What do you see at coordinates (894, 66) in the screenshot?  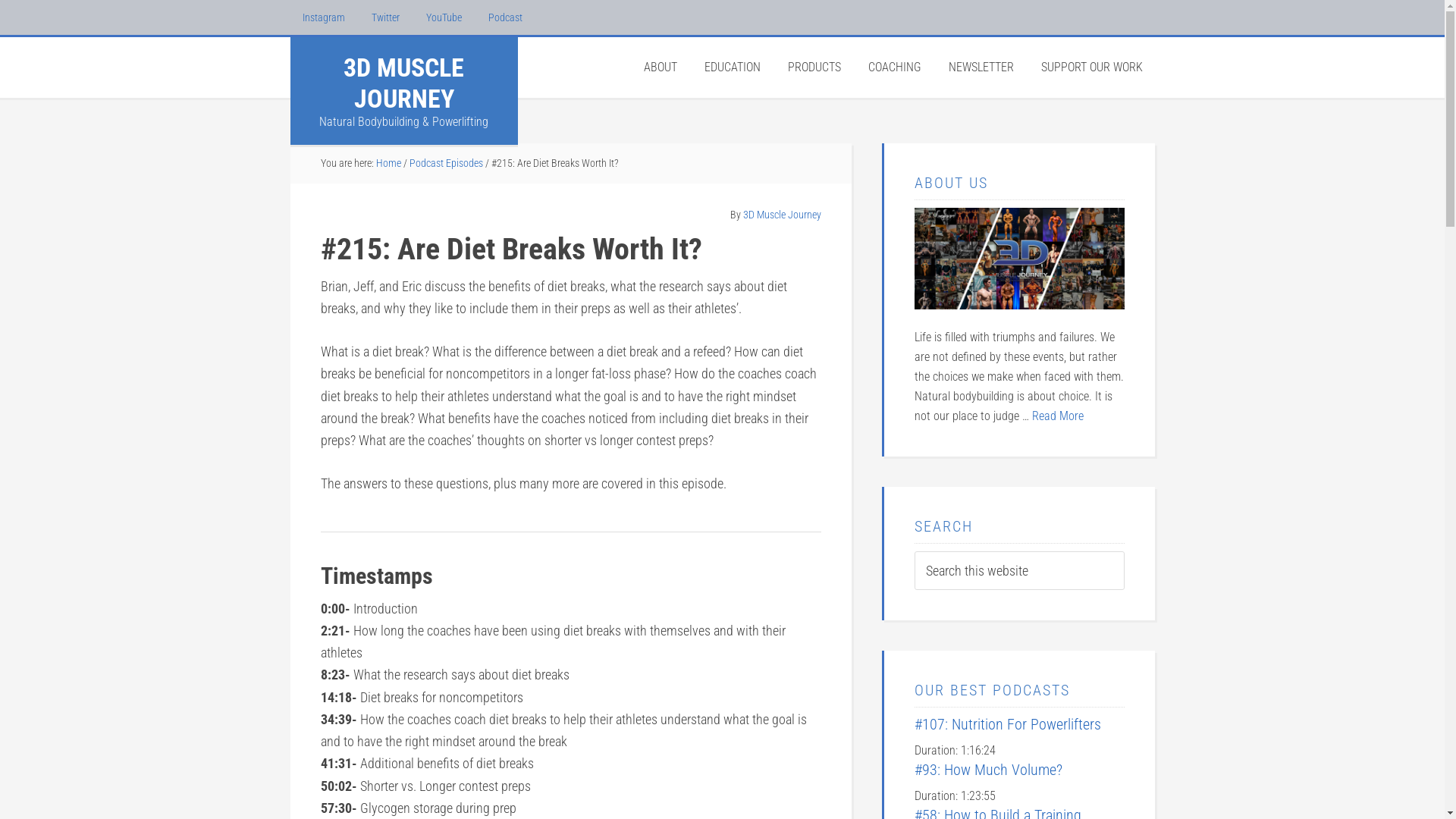 I see `'COACHING'` at bounding box center [894, 66].